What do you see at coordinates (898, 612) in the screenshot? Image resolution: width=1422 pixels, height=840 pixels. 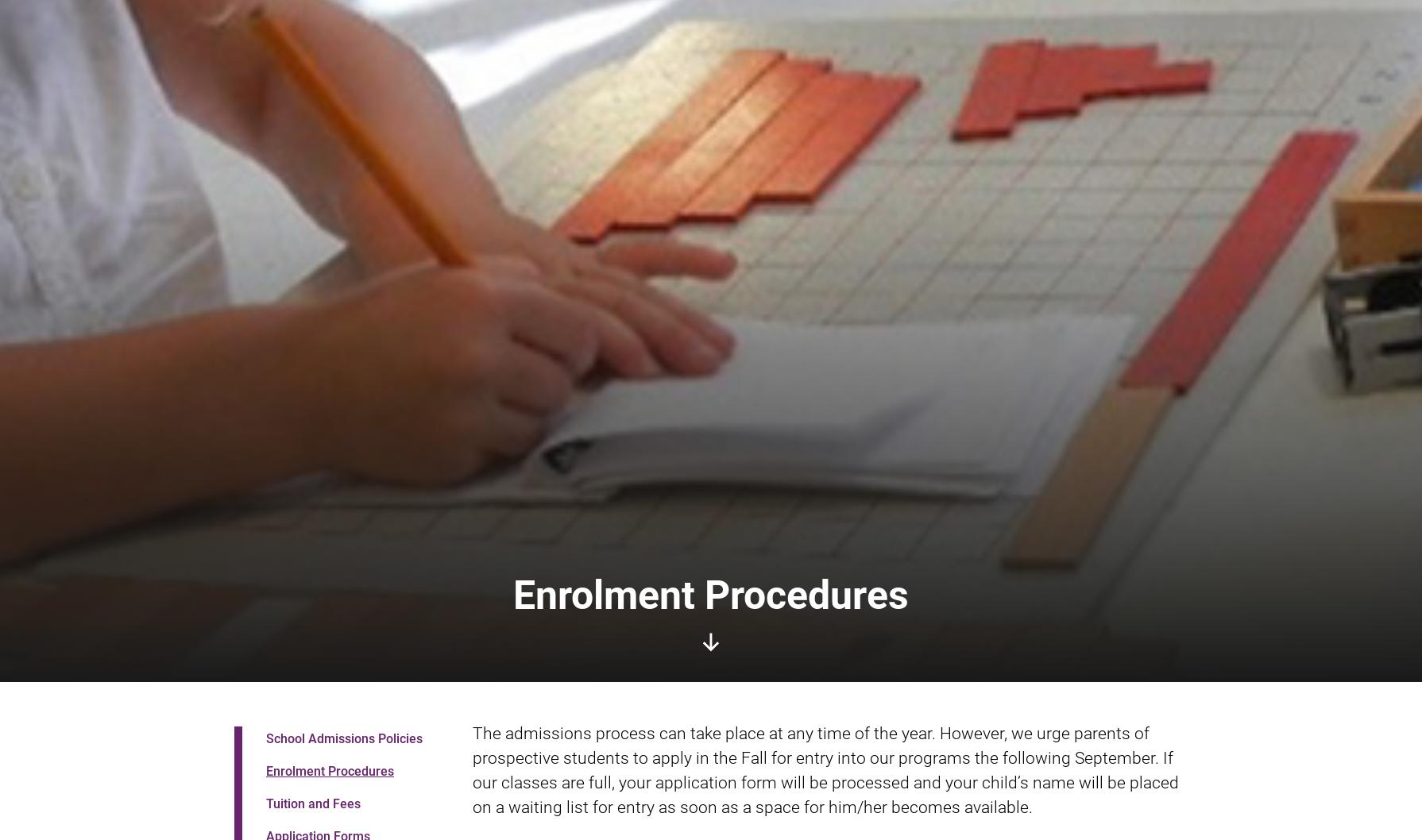 I see `'gmsinfo@glebemontessori.ca'` at bounding box center [898, 612].